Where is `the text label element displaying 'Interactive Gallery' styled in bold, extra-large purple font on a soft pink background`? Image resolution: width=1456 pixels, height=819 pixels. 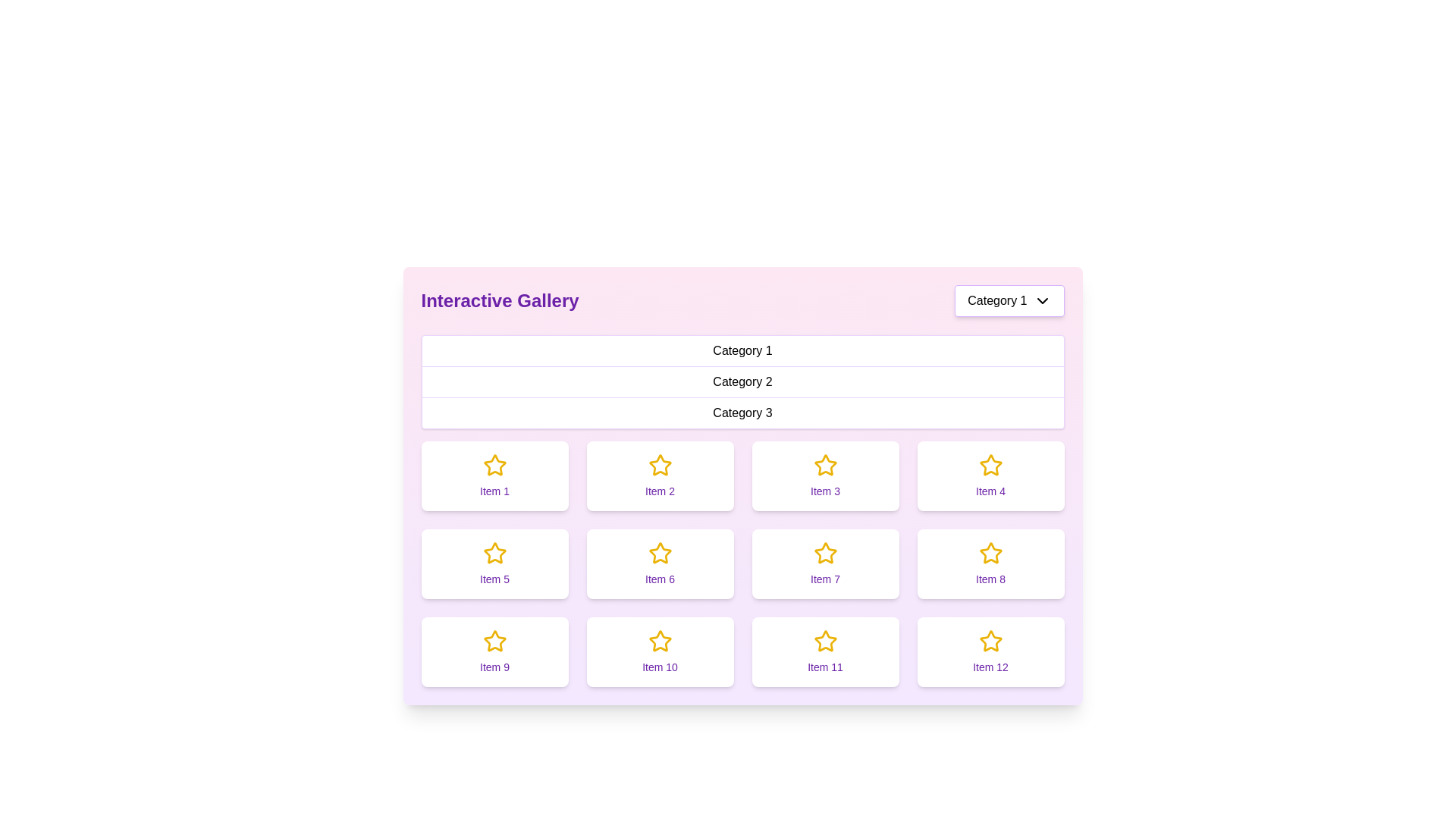 the text label element displaying 'Interactive Gallery' styled in bold, extra-large purple font on a soft pink background is located at coordinates (500, 301).